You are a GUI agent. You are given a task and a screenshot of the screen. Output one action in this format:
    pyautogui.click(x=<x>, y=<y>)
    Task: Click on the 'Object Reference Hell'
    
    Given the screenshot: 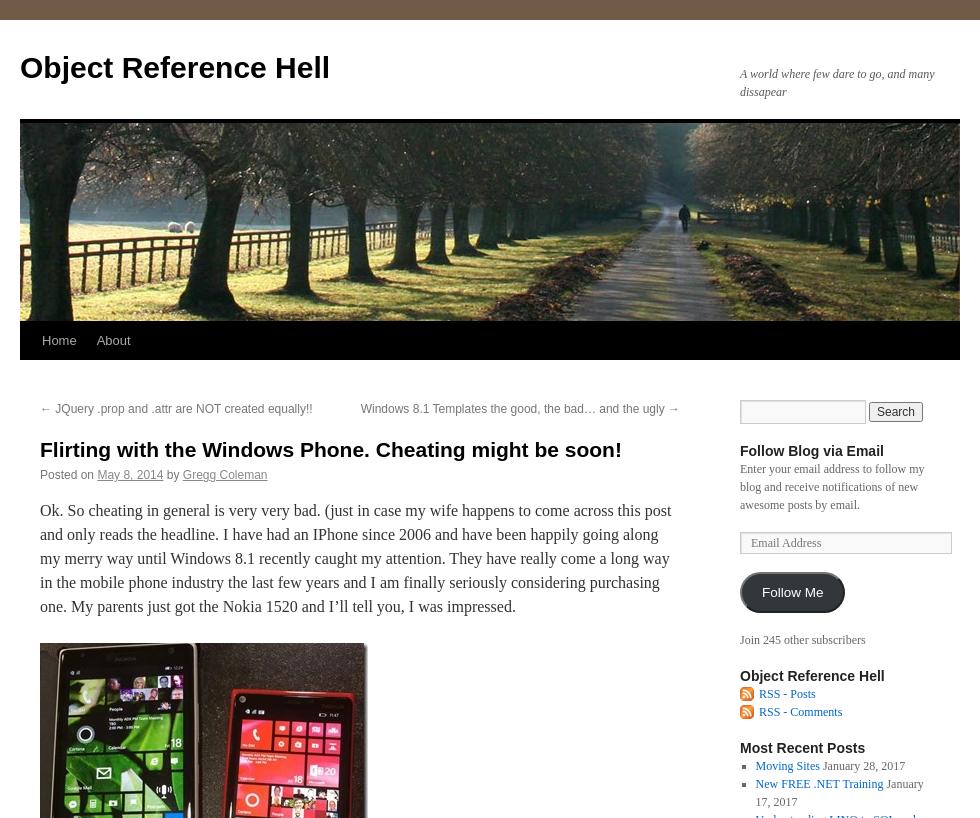 What is the action you would take?
    pyautogui.click(x=812, y=675)
    